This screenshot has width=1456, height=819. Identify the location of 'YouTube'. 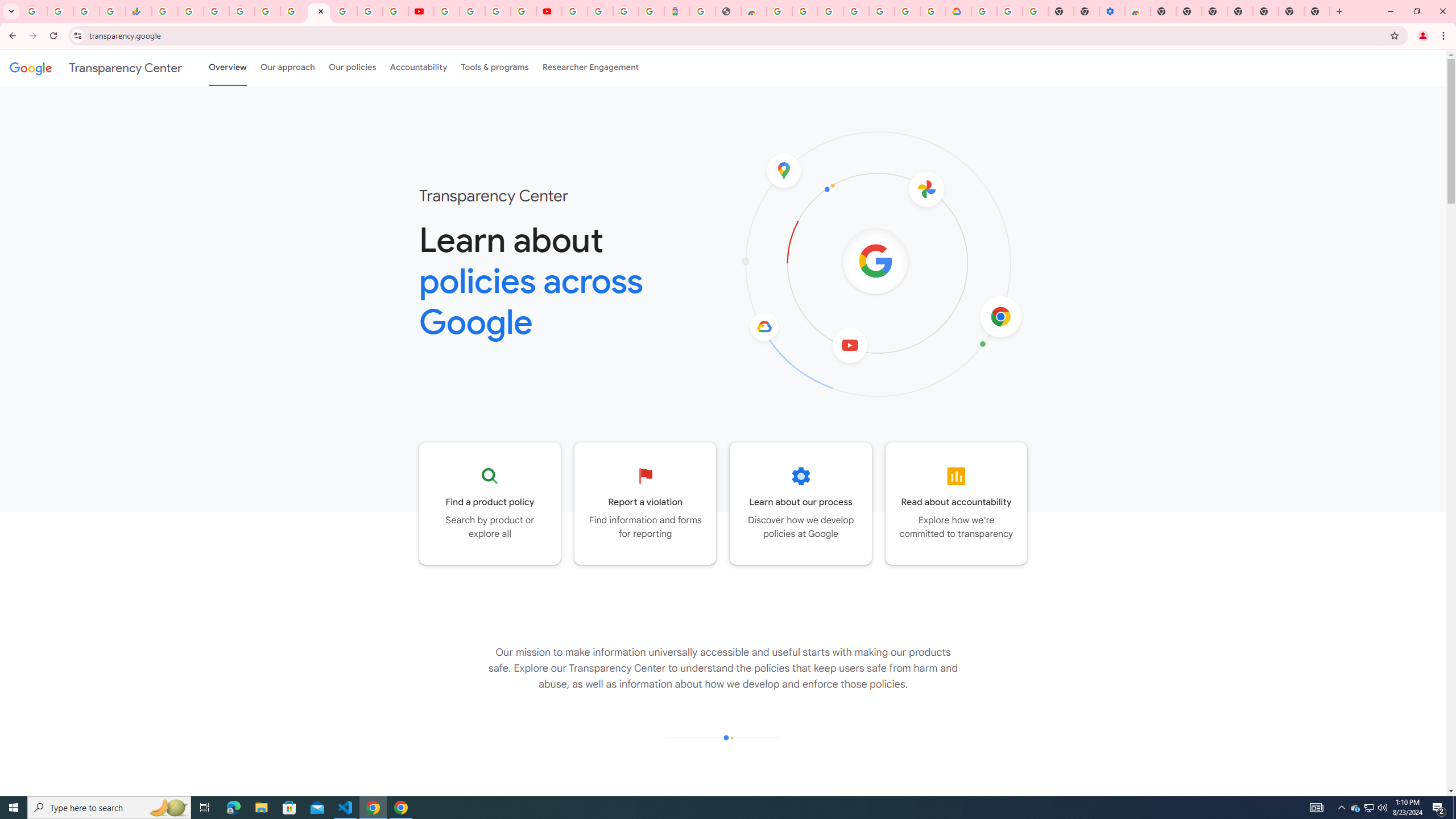
(446, 11).